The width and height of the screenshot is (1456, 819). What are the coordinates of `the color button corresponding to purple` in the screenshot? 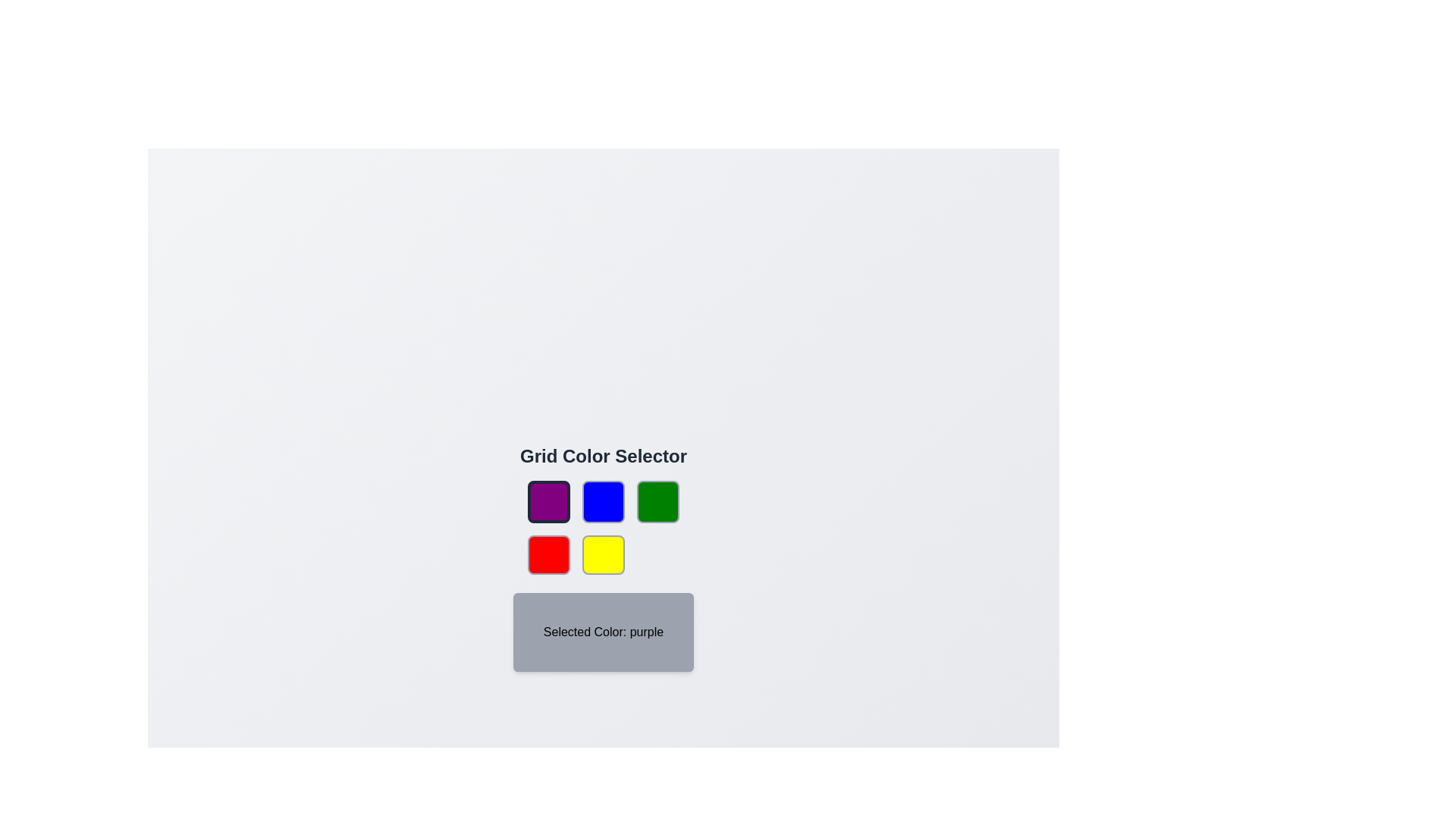 It's located at (548, 502).